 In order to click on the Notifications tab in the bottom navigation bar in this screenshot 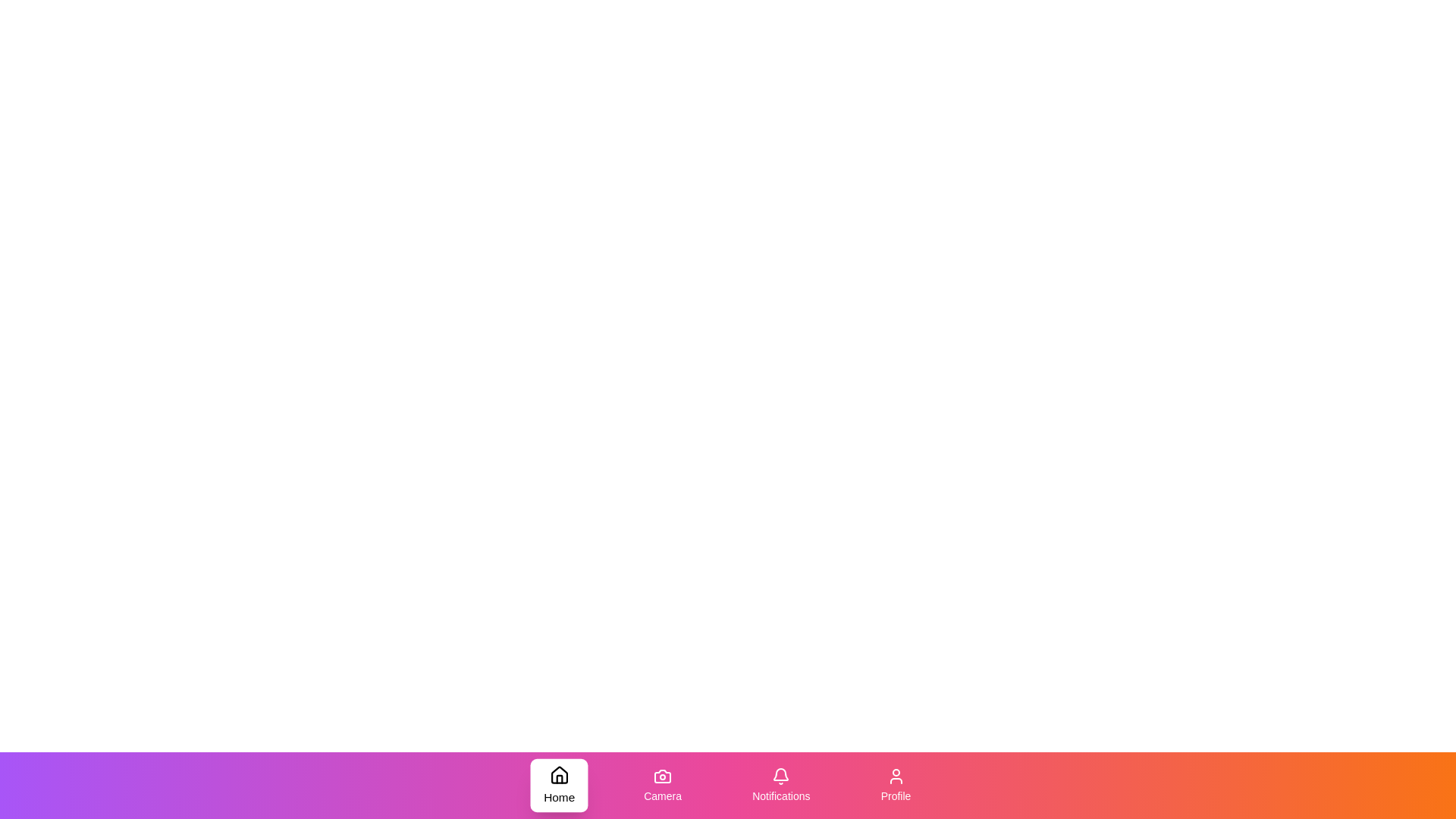, I will do `click(781, 785)`.